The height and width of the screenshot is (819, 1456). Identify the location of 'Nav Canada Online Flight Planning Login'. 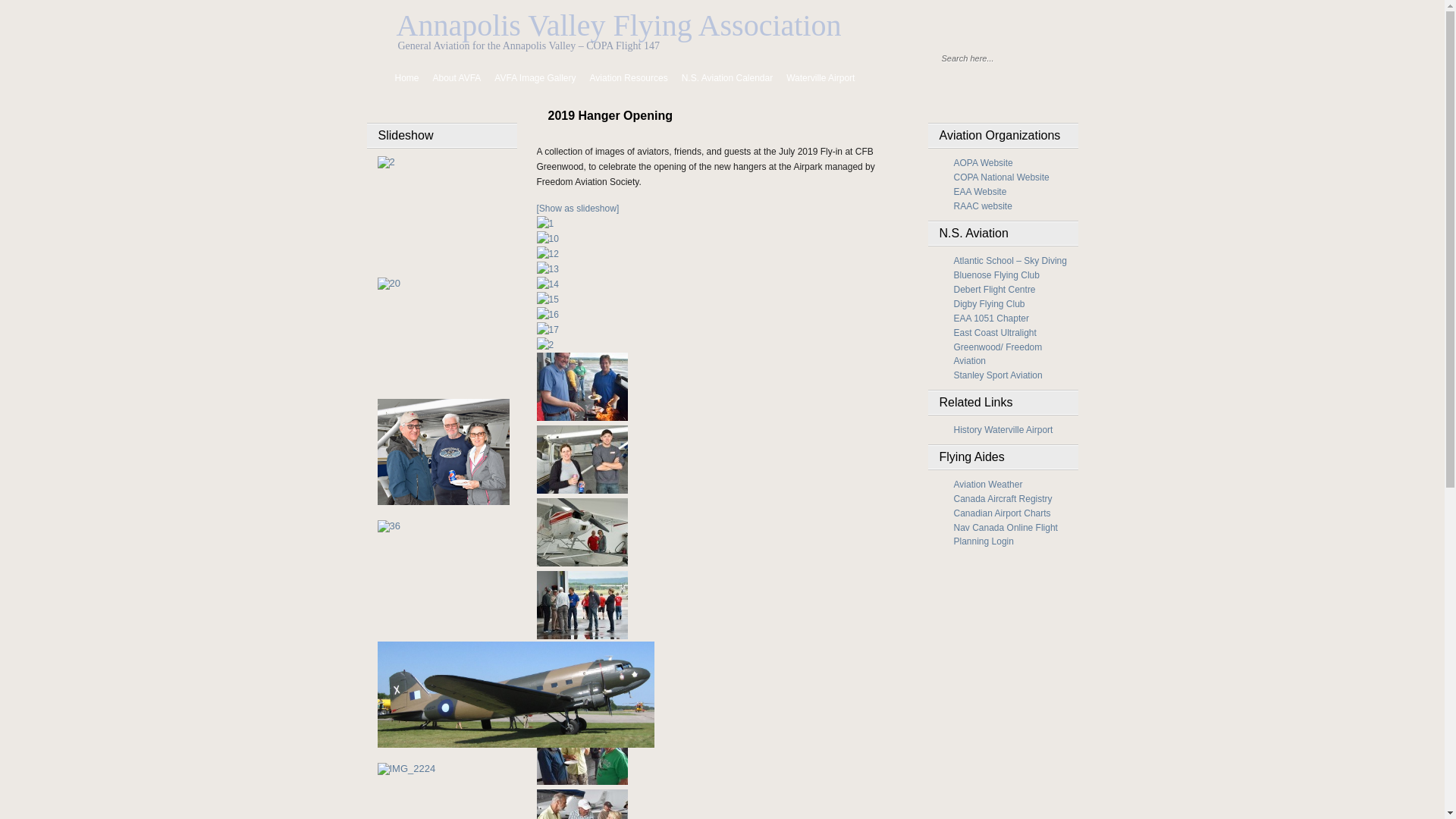
(1006, 534).